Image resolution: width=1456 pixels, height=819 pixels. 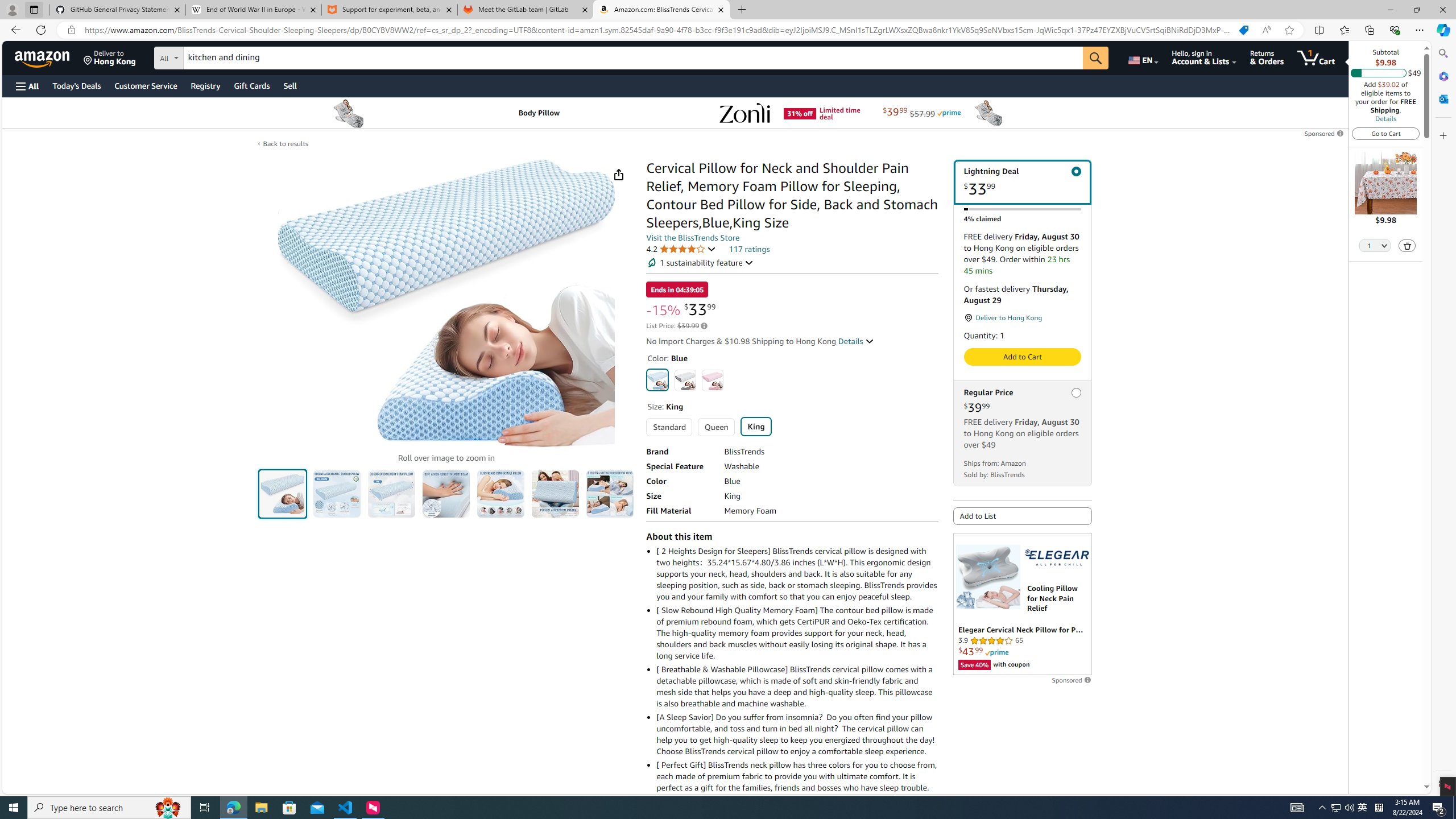 What do you see at coordinates (289, 85) in the screenshot?
I see `'Sell'` at bounding box center [289, 85].